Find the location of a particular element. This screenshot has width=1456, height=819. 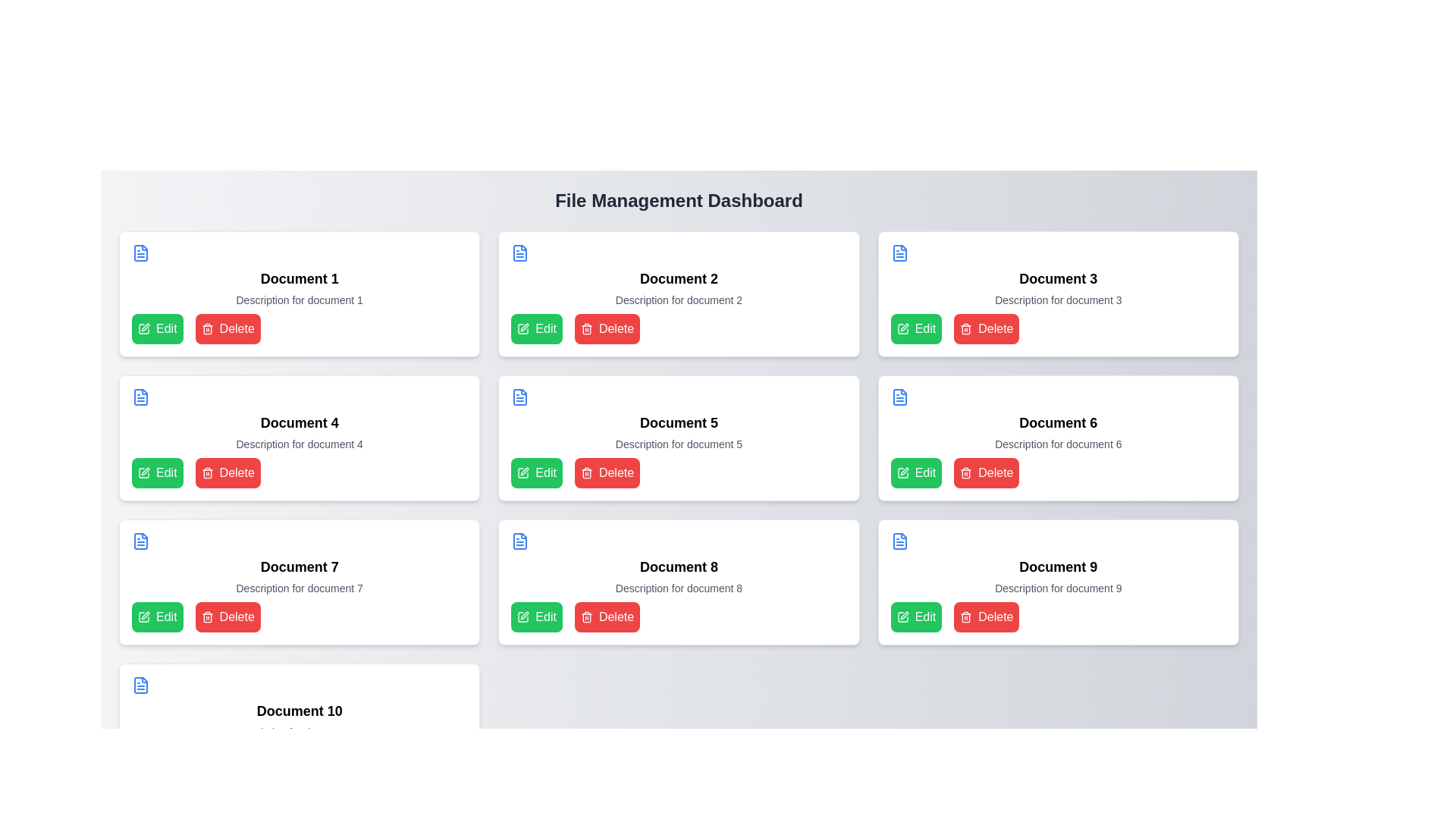

the small blue icon resembling a file located at the upper-left corner of the card labeled 'Document 7' is located at coordinates (141, 540).